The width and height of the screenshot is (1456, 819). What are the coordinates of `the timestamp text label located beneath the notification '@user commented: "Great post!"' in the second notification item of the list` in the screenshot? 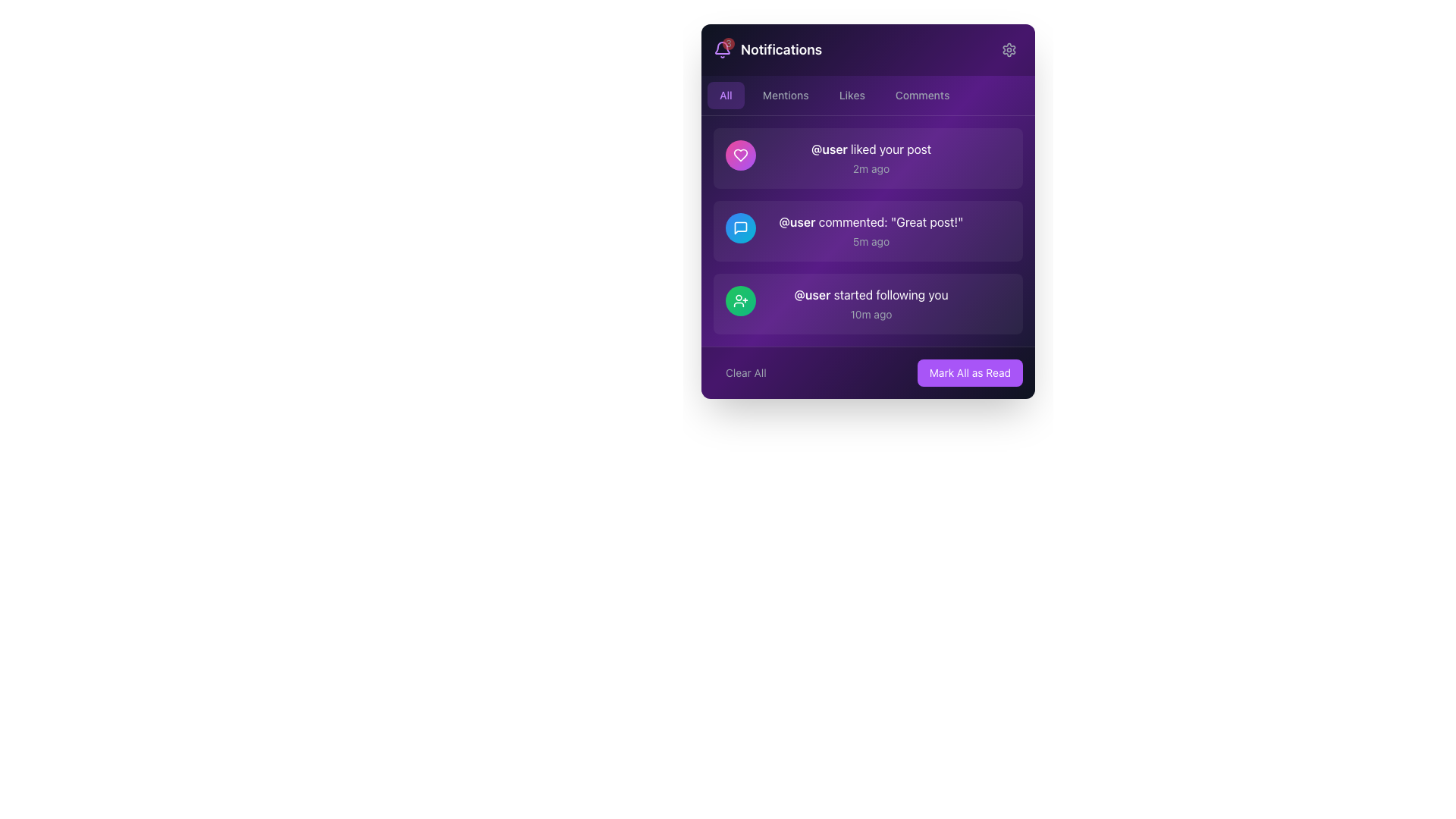 It's located at (871, 241).